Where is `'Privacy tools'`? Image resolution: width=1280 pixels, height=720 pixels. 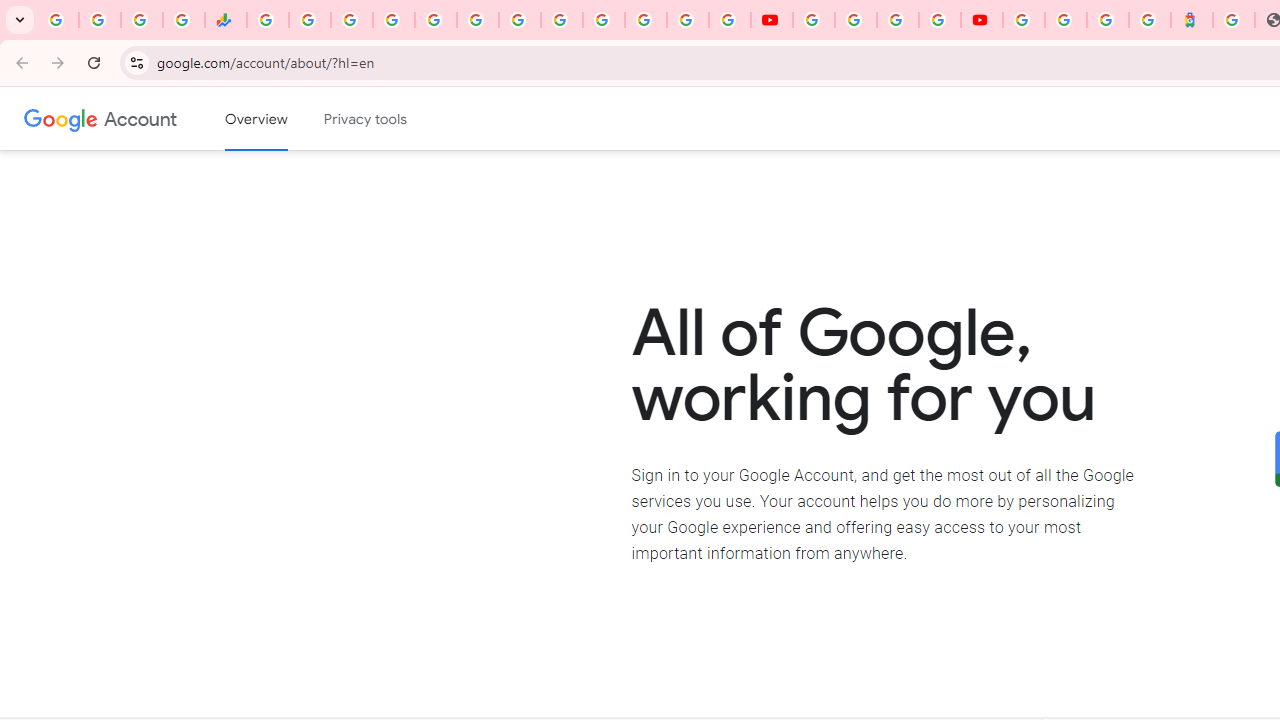 'Privacy tools' is located at coordinates (366, 119).